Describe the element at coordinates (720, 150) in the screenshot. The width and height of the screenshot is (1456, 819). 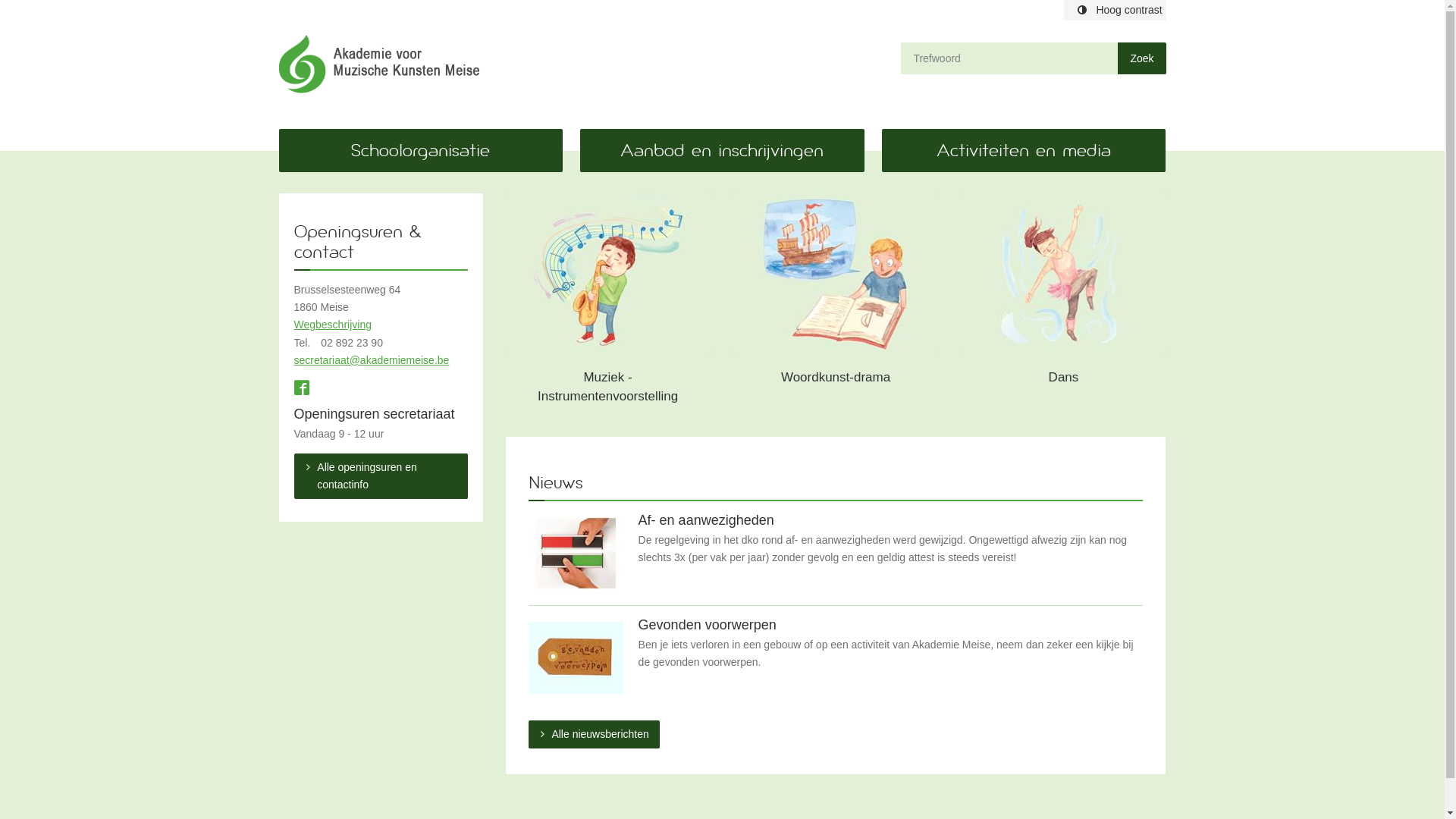
I see `'Aanbod en inschrijvingen'` at that location.